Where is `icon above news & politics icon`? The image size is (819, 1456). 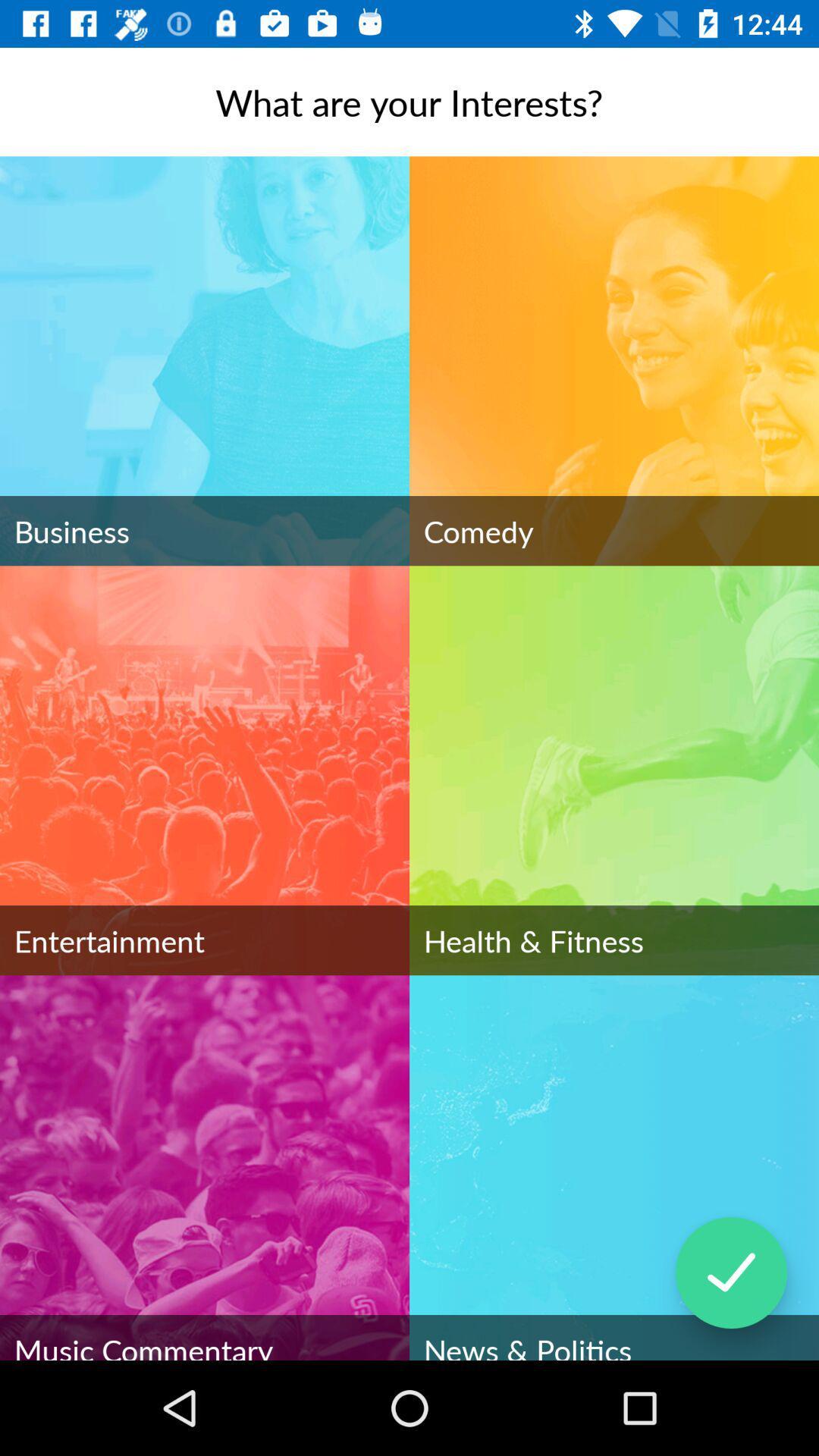 icon above news & politics icon is located at coordinates (730, 1272).